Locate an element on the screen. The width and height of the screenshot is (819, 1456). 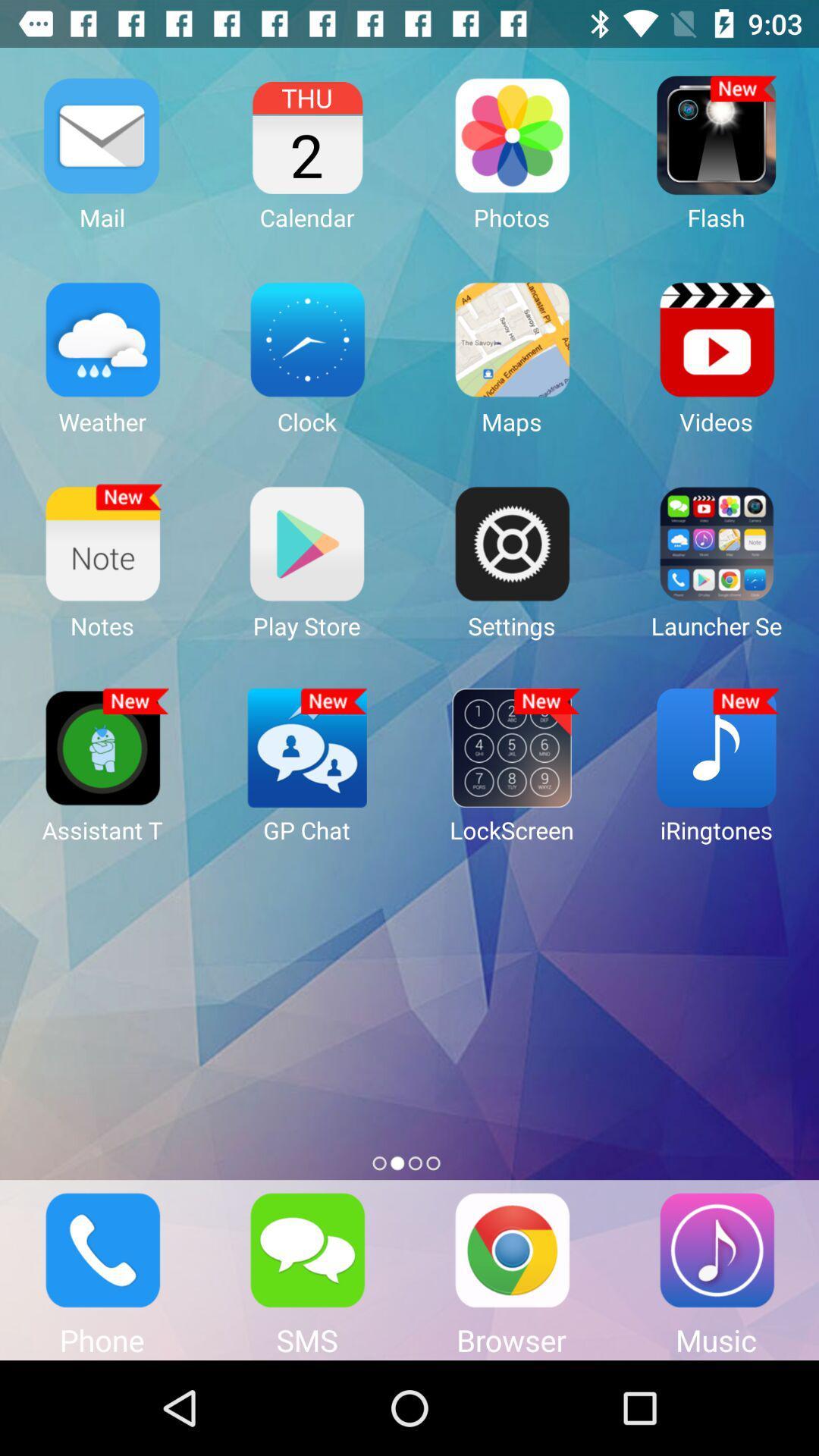
the photo icon is located at coordinates (512, 1250).